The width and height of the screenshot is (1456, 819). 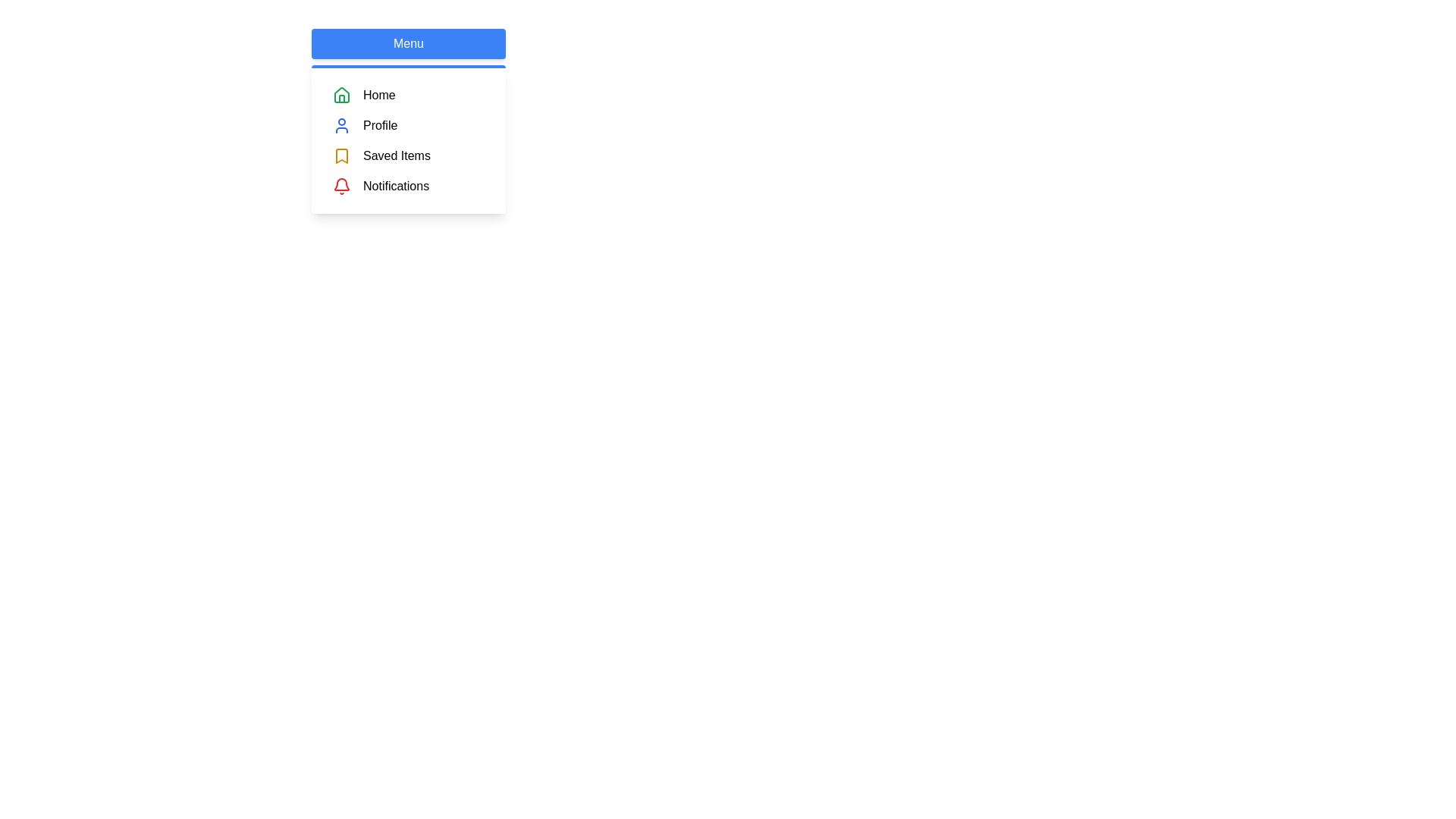 I want to click on the 'Menu' button to toggle the menu visibility, so click(x=408, y=42).